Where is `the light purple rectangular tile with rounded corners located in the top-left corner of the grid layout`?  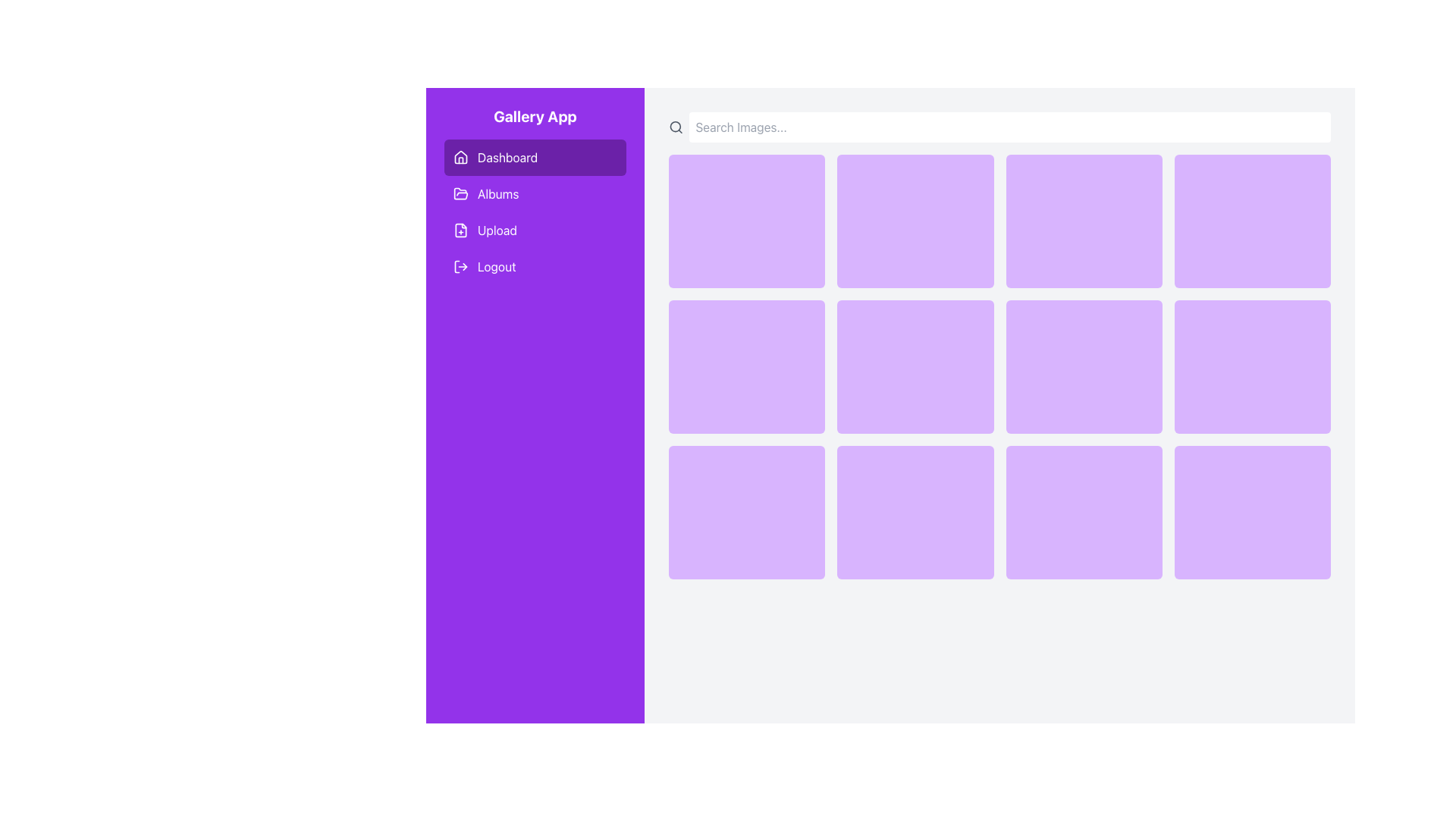
the light purple rectangular tile with rounded corners located in the top-left corner of the grid layout is located at coordinates (747, 221).